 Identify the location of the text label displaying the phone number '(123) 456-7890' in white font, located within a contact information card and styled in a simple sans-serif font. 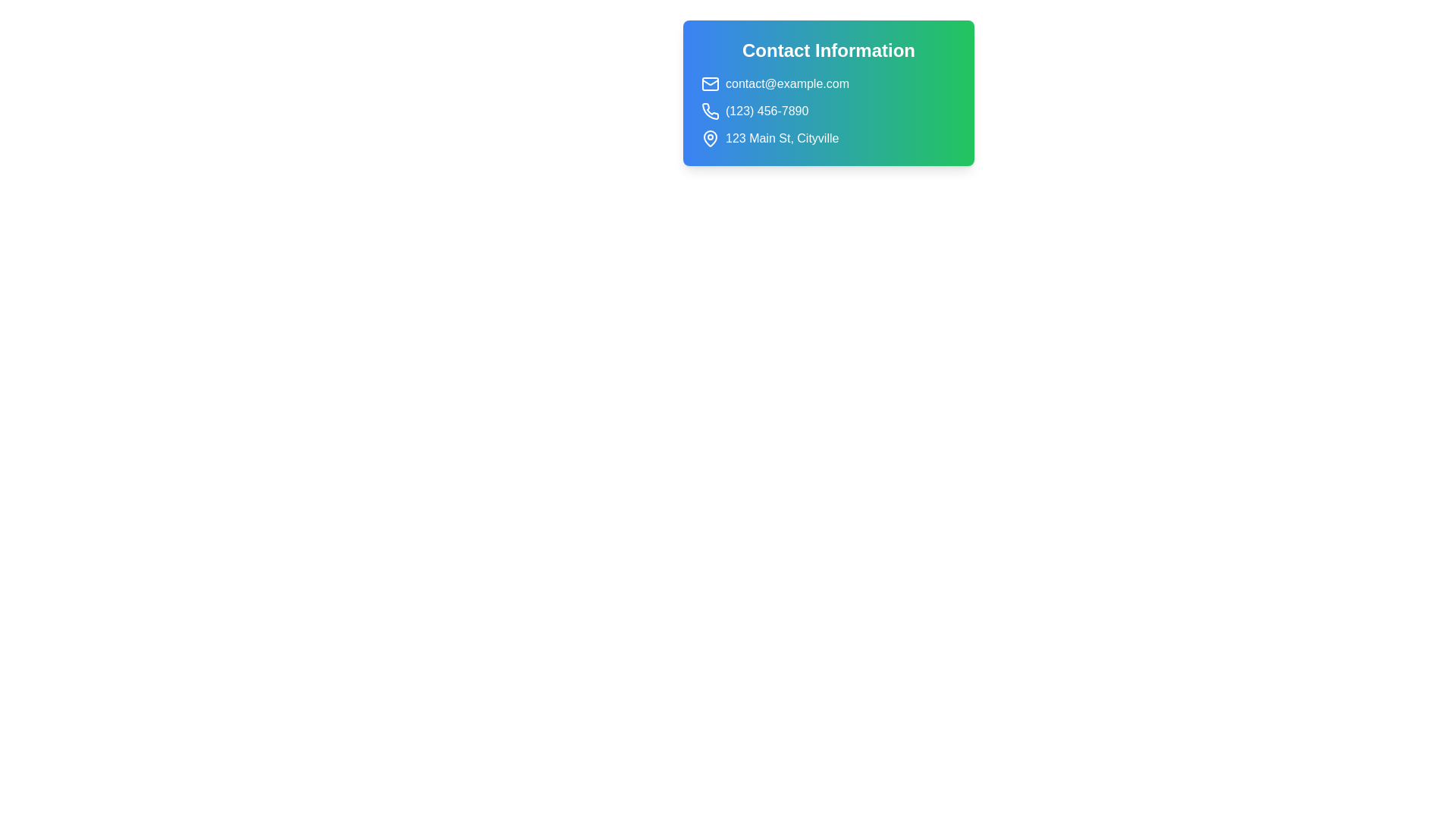
(767, 110).